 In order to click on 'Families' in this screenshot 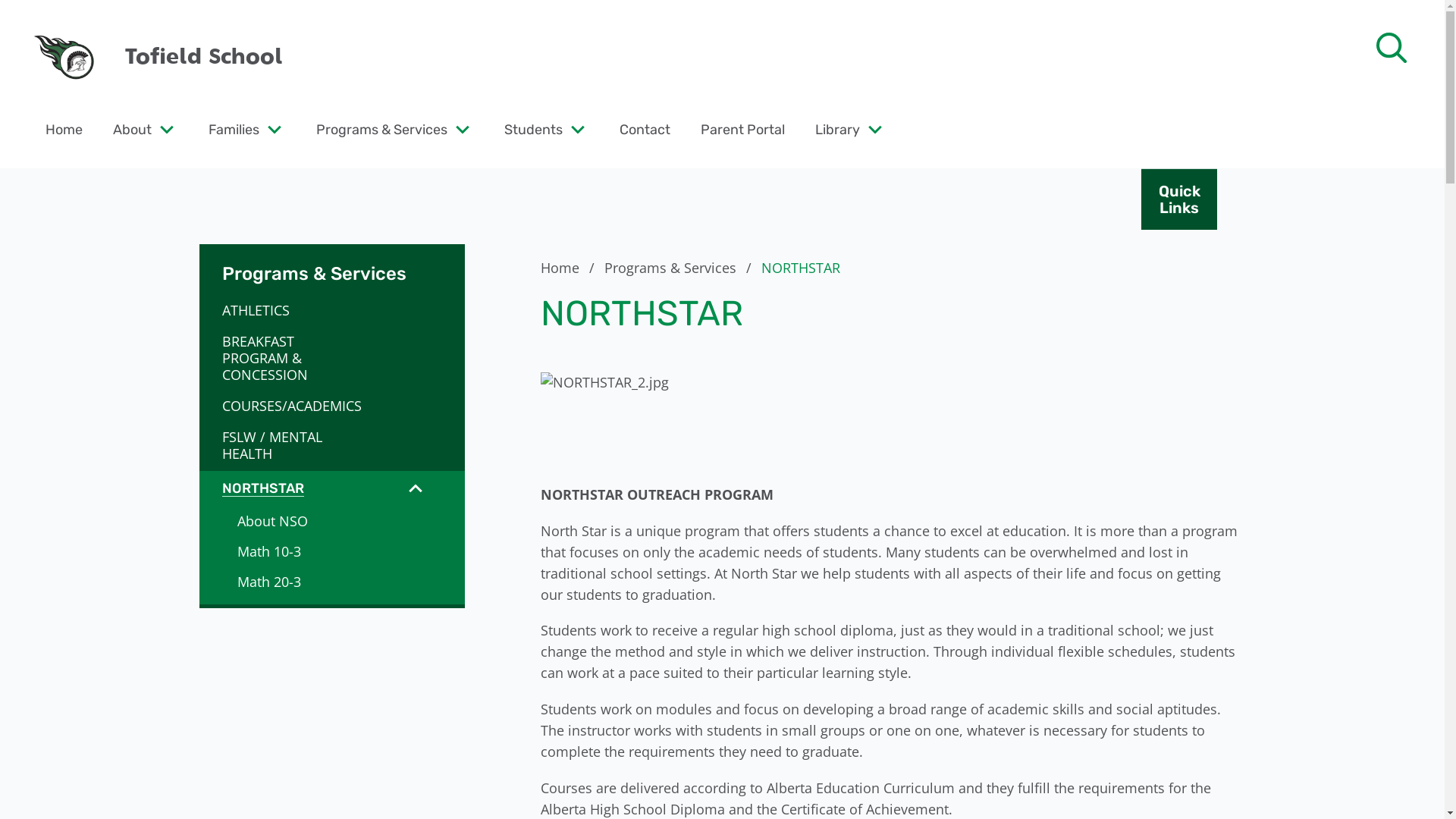, I will do `click(207, 128)`.